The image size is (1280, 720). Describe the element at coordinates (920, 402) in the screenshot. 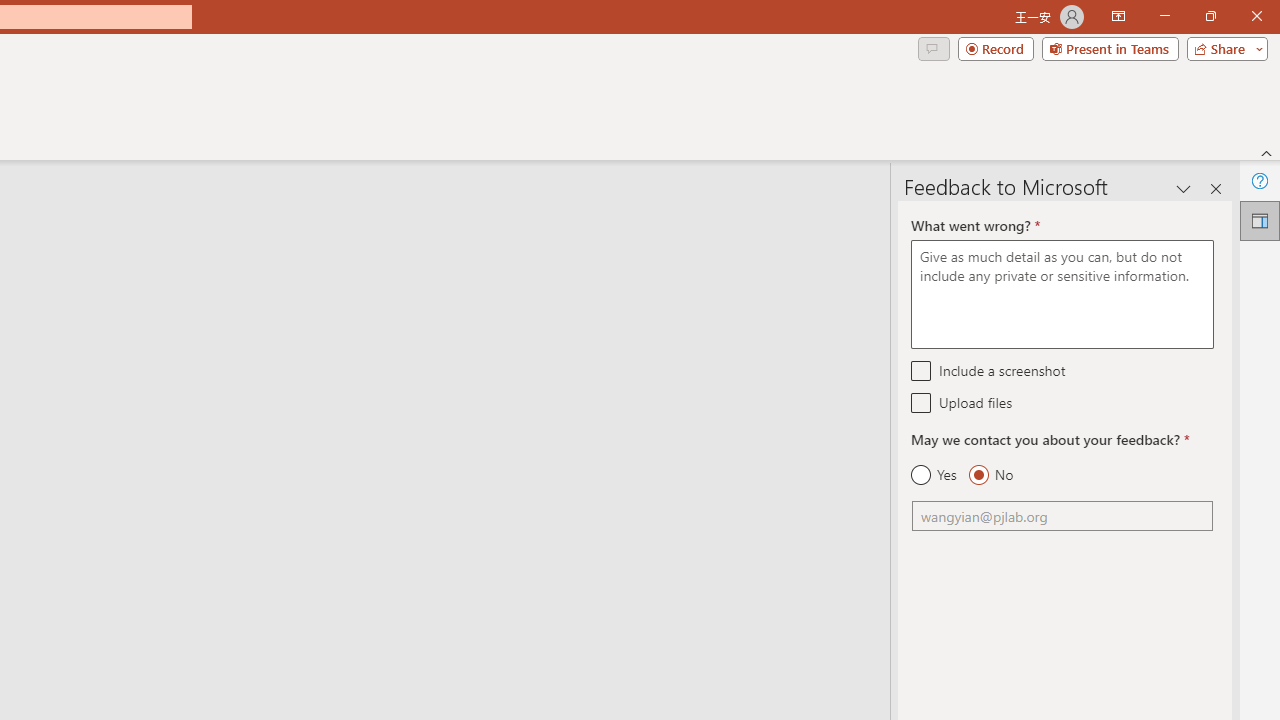

I see `'Upload files'` at that location.